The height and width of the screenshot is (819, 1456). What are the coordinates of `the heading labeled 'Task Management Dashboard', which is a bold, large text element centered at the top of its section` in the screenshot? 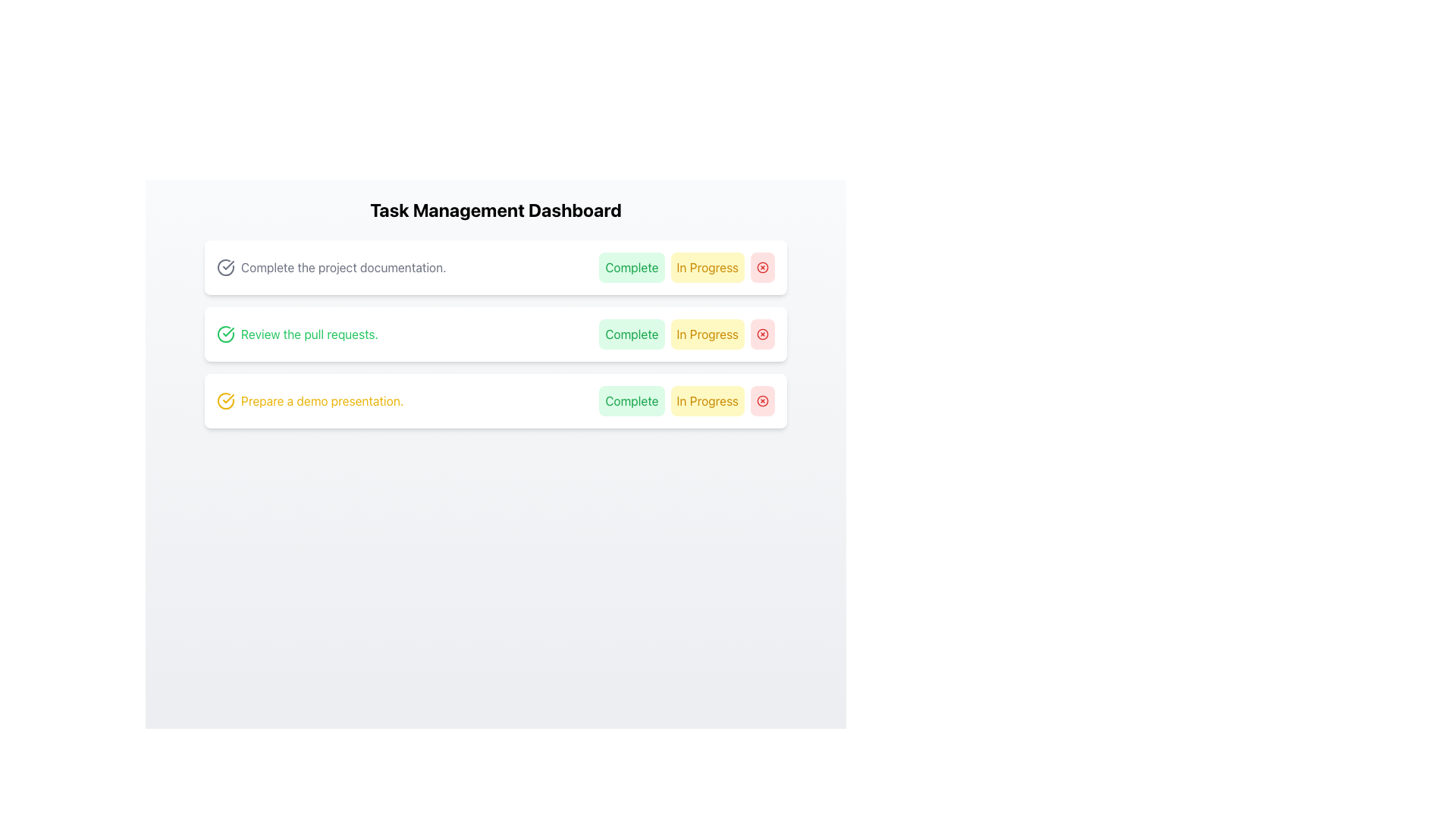 It's located at (495, 210).